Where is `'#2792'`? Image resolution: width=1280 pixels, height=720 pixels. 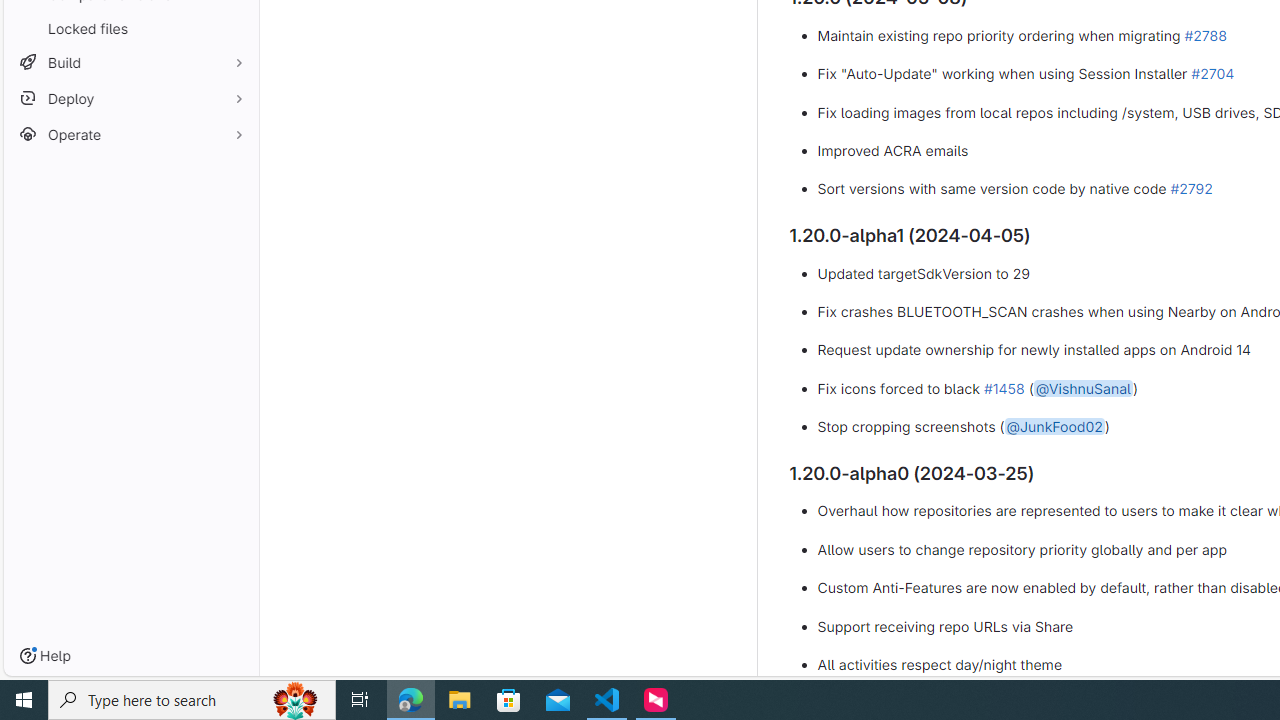
'#2792' is located at coordinates (1191, 189).